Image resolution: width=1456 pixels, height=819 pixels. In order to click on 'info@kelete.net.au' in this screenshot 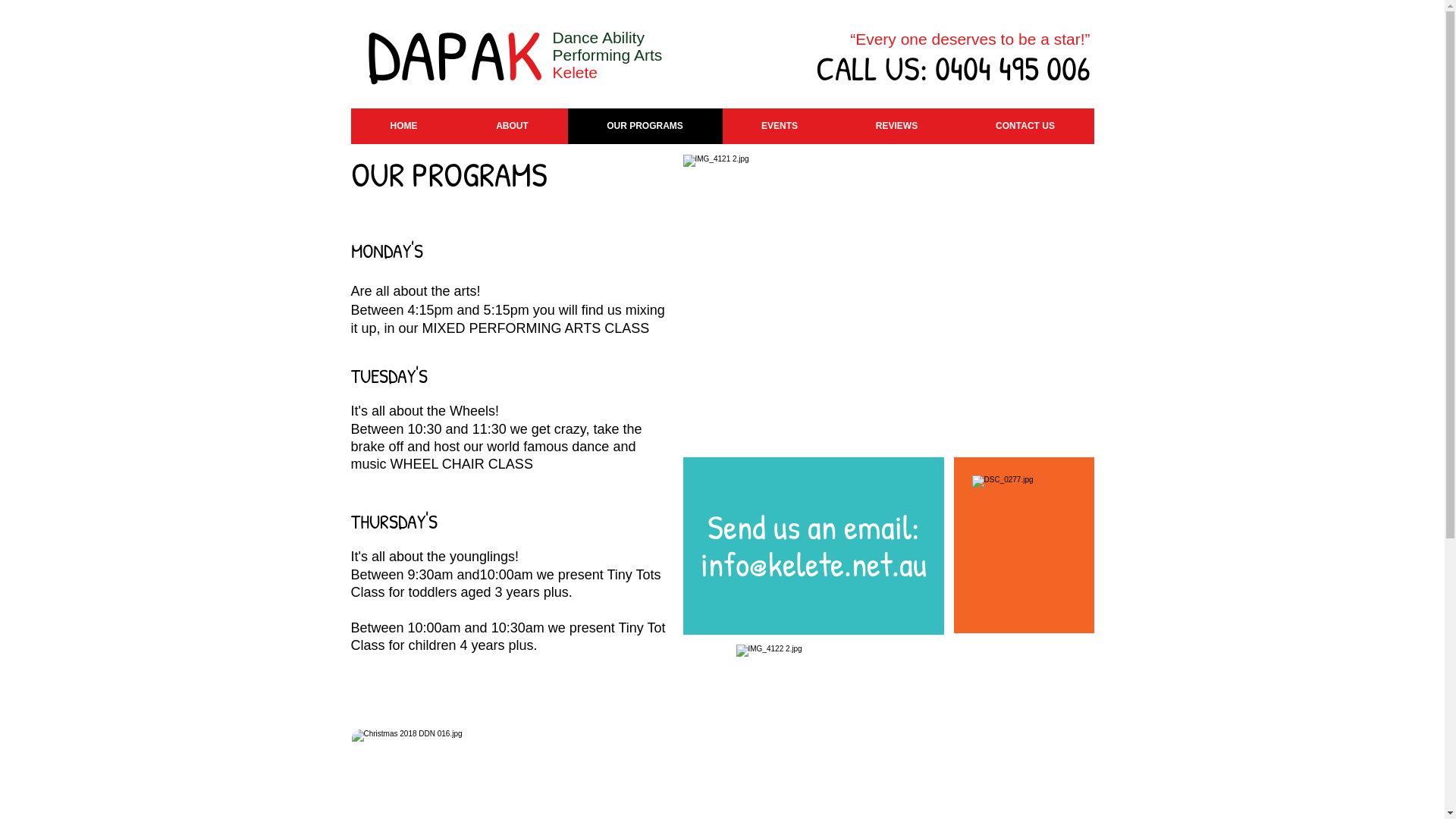, I will do `click(813, 563)`.